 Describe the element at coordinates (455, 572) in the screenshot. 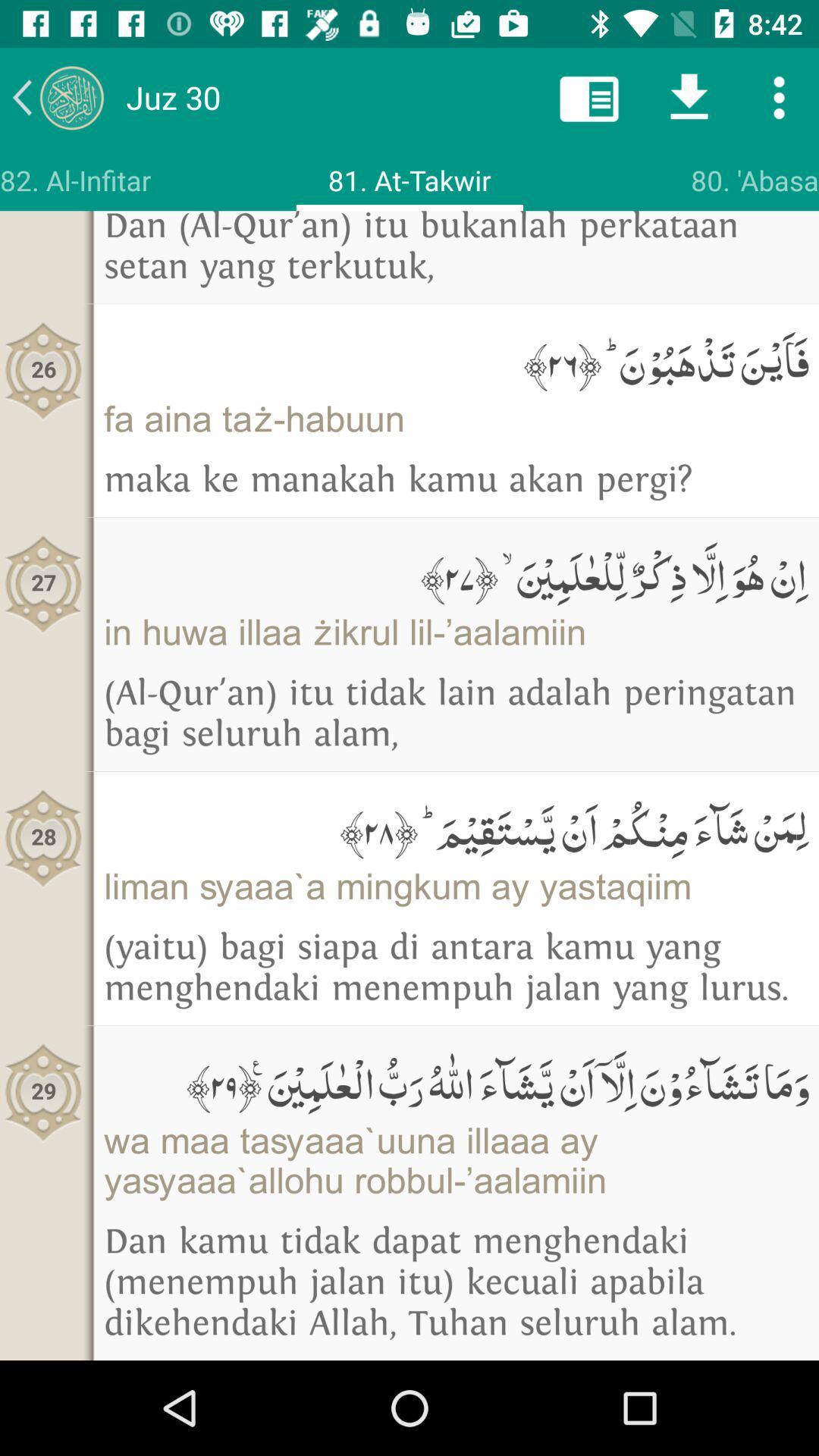

I see `the icon above in huwa illaa` at that location.